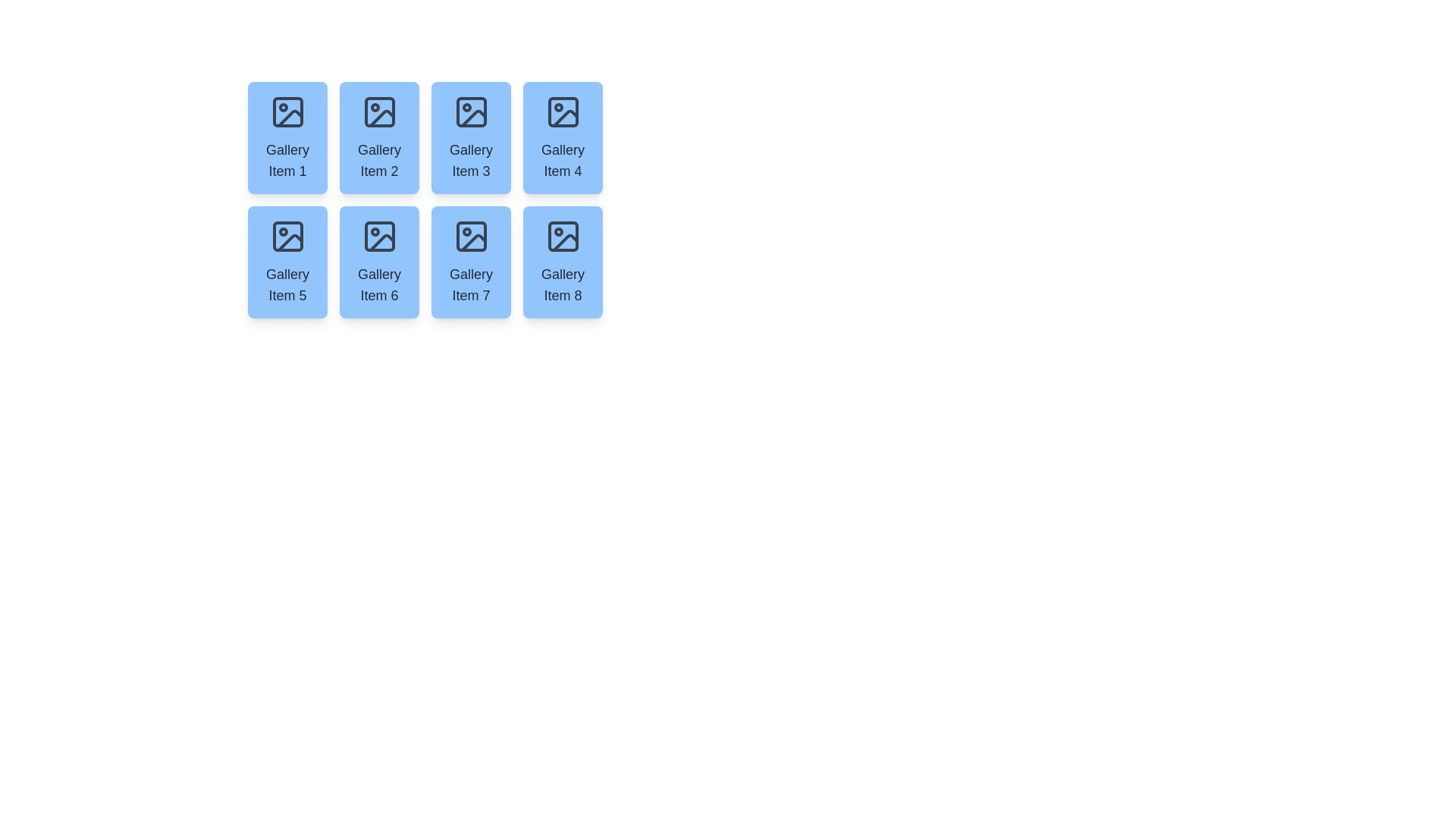  I want to click on the blue rectangular card with rounded corners labeled 'Gallery Item 7', located in the second row and third column of the grid layout, so click(470, 262).